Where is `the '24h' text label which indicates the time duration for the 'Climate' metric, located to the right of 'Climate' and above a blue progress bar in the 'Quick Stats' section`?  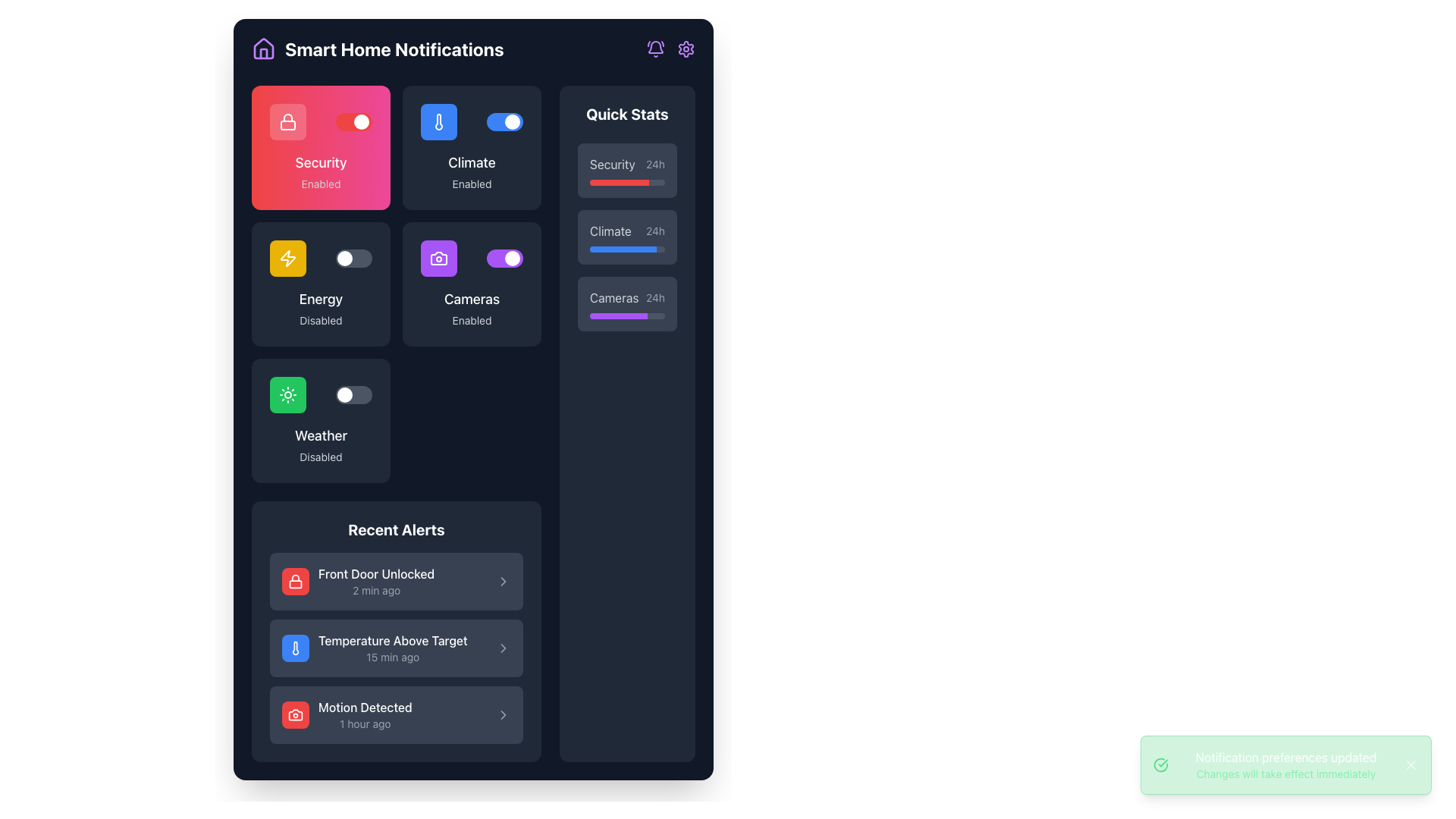
the '24h' text label which indicates the time duration for the 'Climate' metric, located to the right of 'Climate' and above a blue progress bar in the 'Quick Stats' section is located at coordinates (655, 231).